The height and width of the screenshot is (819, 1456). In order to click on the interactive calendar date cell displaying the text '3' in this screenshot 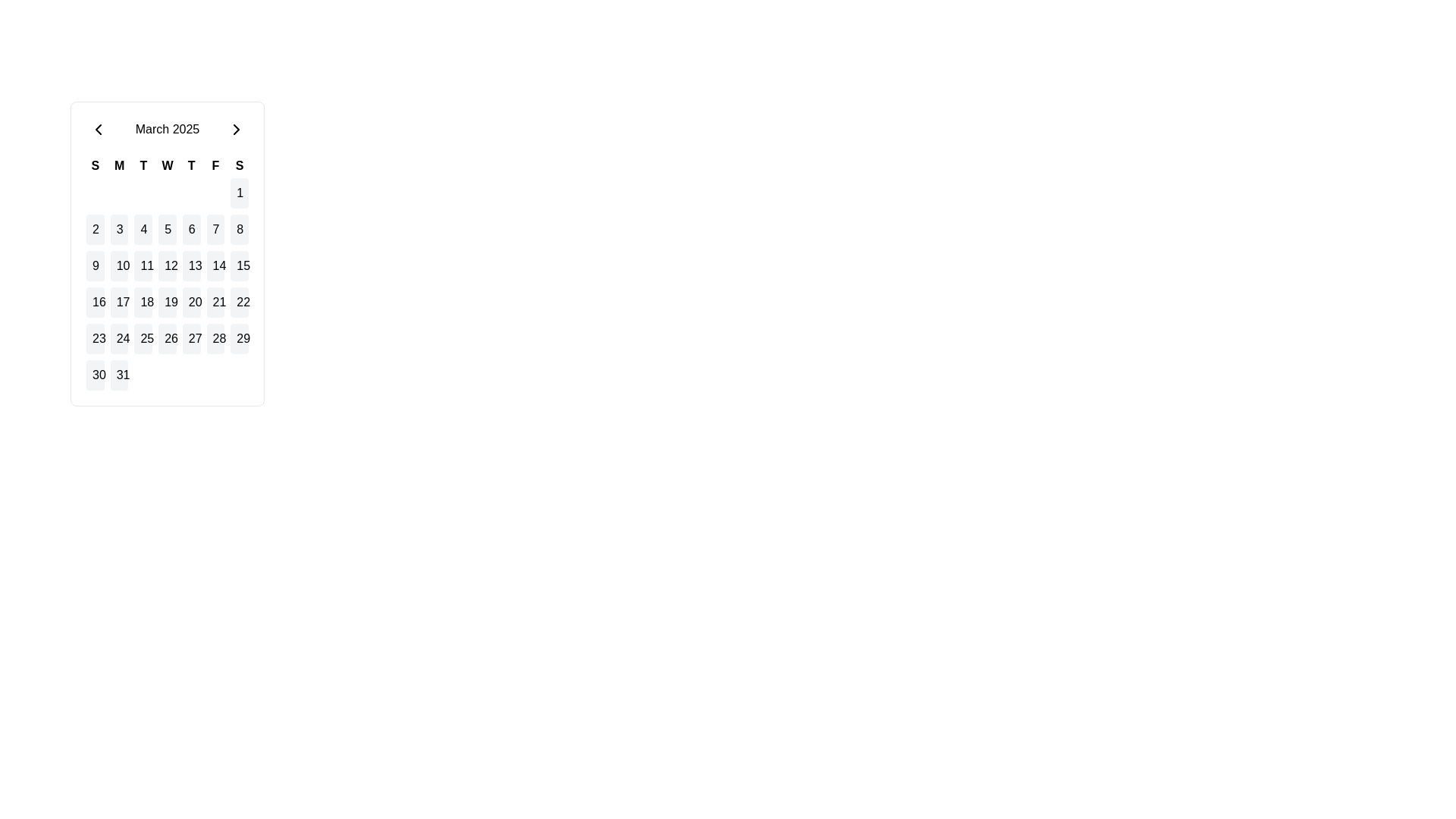, I will do `click(118, 230)`.